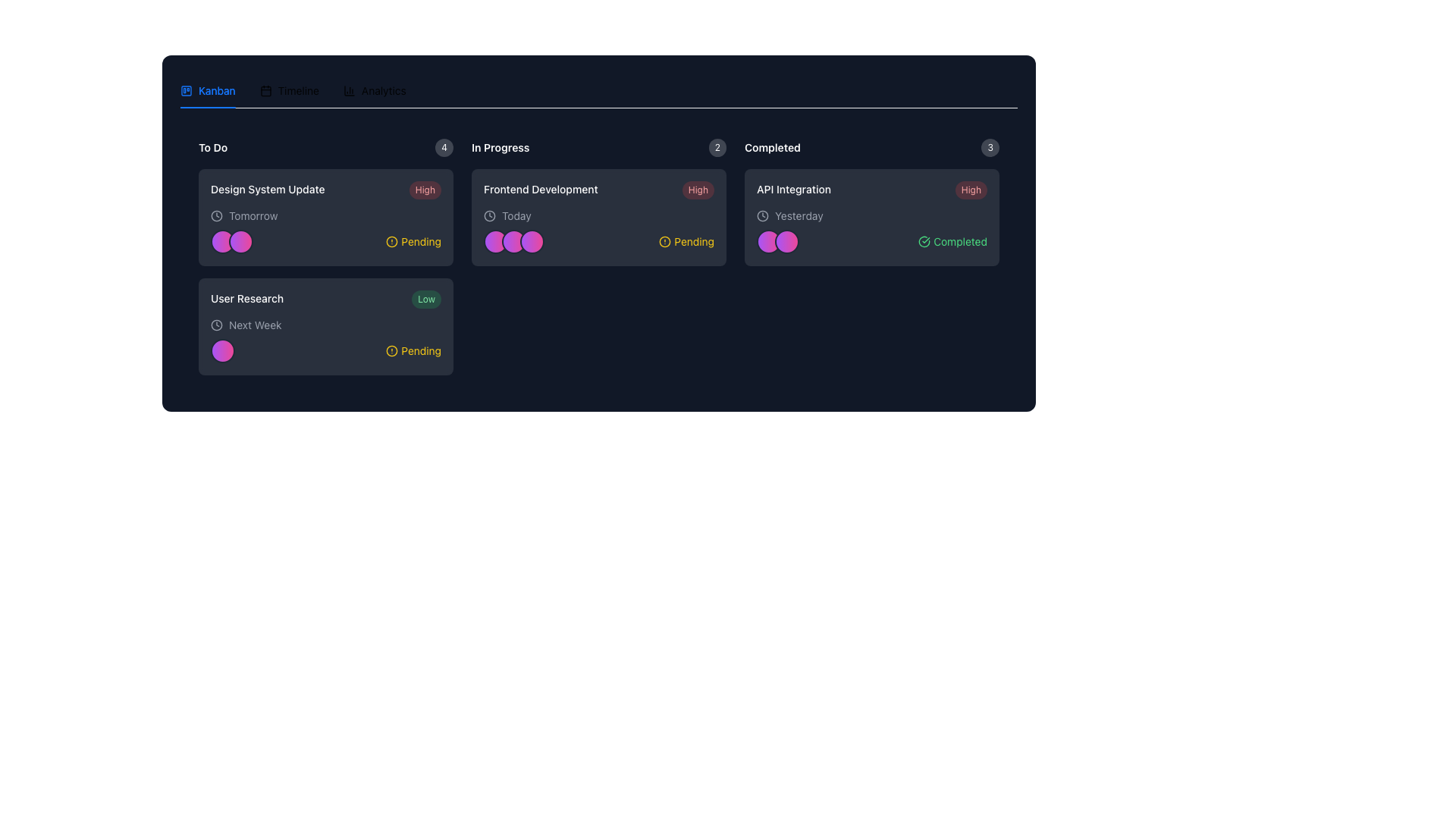 This screenshot has height=819, width=1456. Describe the element at coordinates (375, 90) in the screenshot. I see `keyboard navigation` at that location.